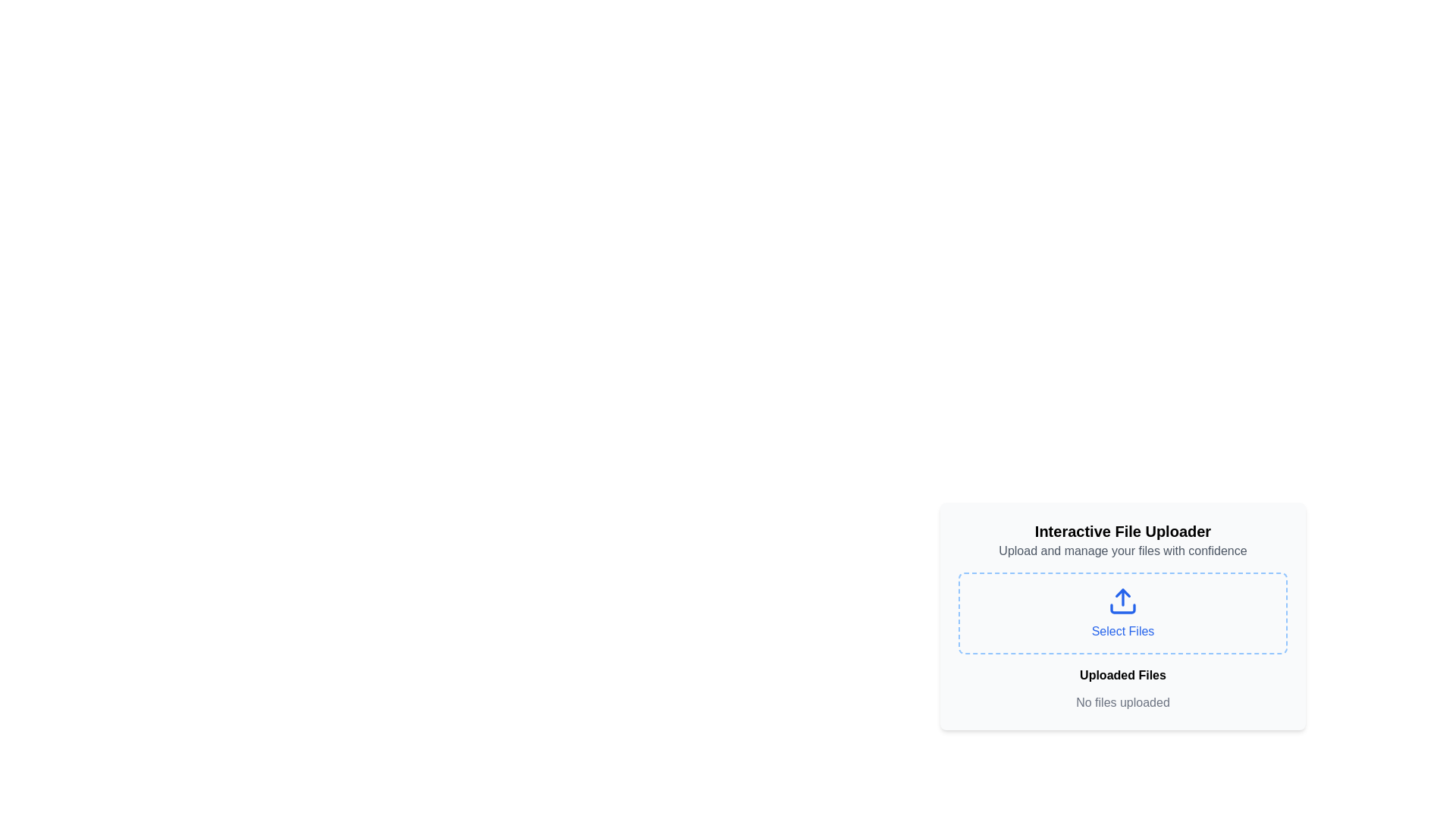 Image resolution: width=1456 pixels, height=819 pixels. What do you see at coordinates (1123, 675) in the screenshot?
I see `the text label displaying 'Uploaded Files' in bold font located in the lower part of the file uploading interface` at bounding box center [1123, 675].